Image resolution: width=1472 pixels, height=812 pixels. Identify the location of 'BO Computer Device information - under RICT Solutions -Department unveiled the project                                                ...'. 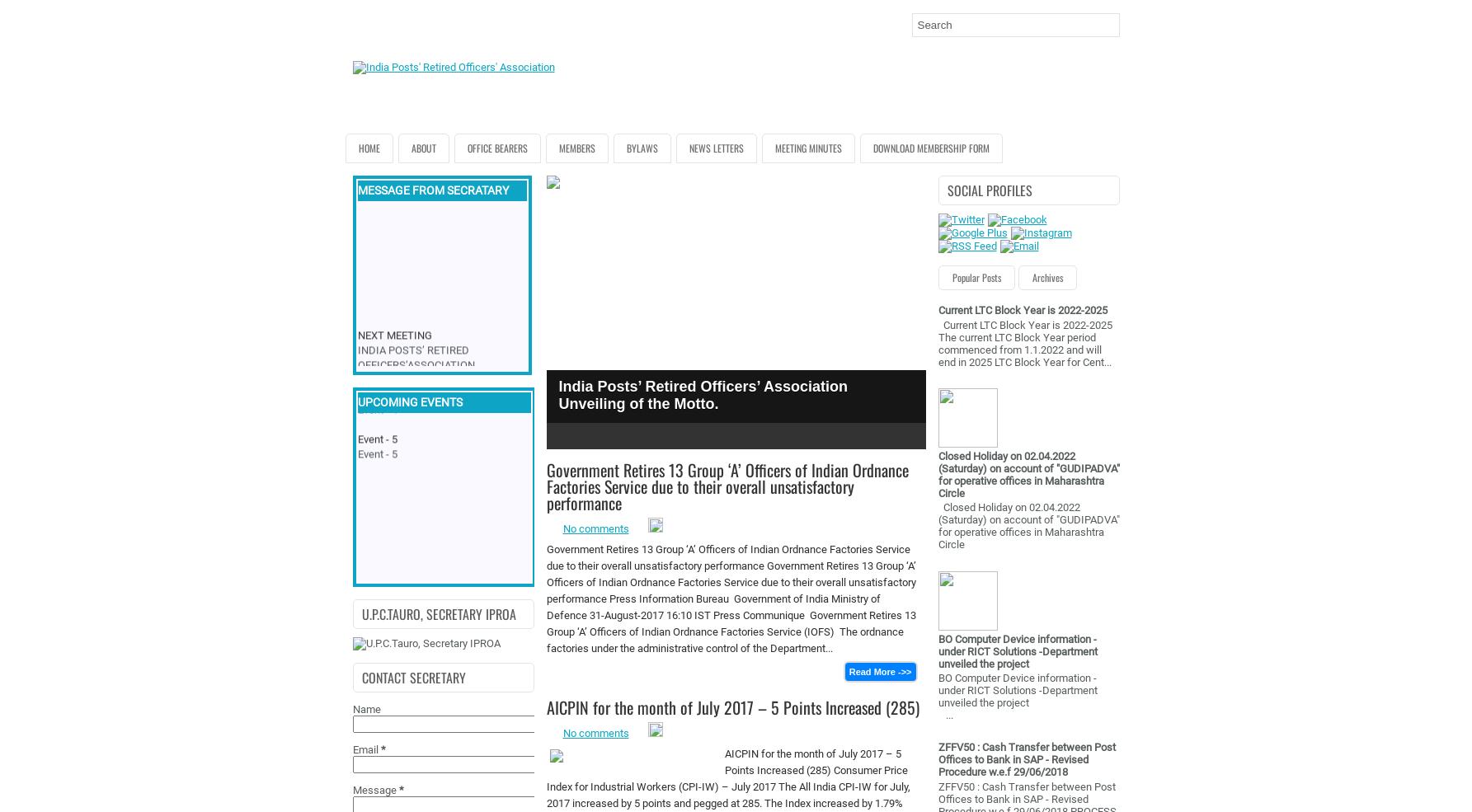
(1026, 696).